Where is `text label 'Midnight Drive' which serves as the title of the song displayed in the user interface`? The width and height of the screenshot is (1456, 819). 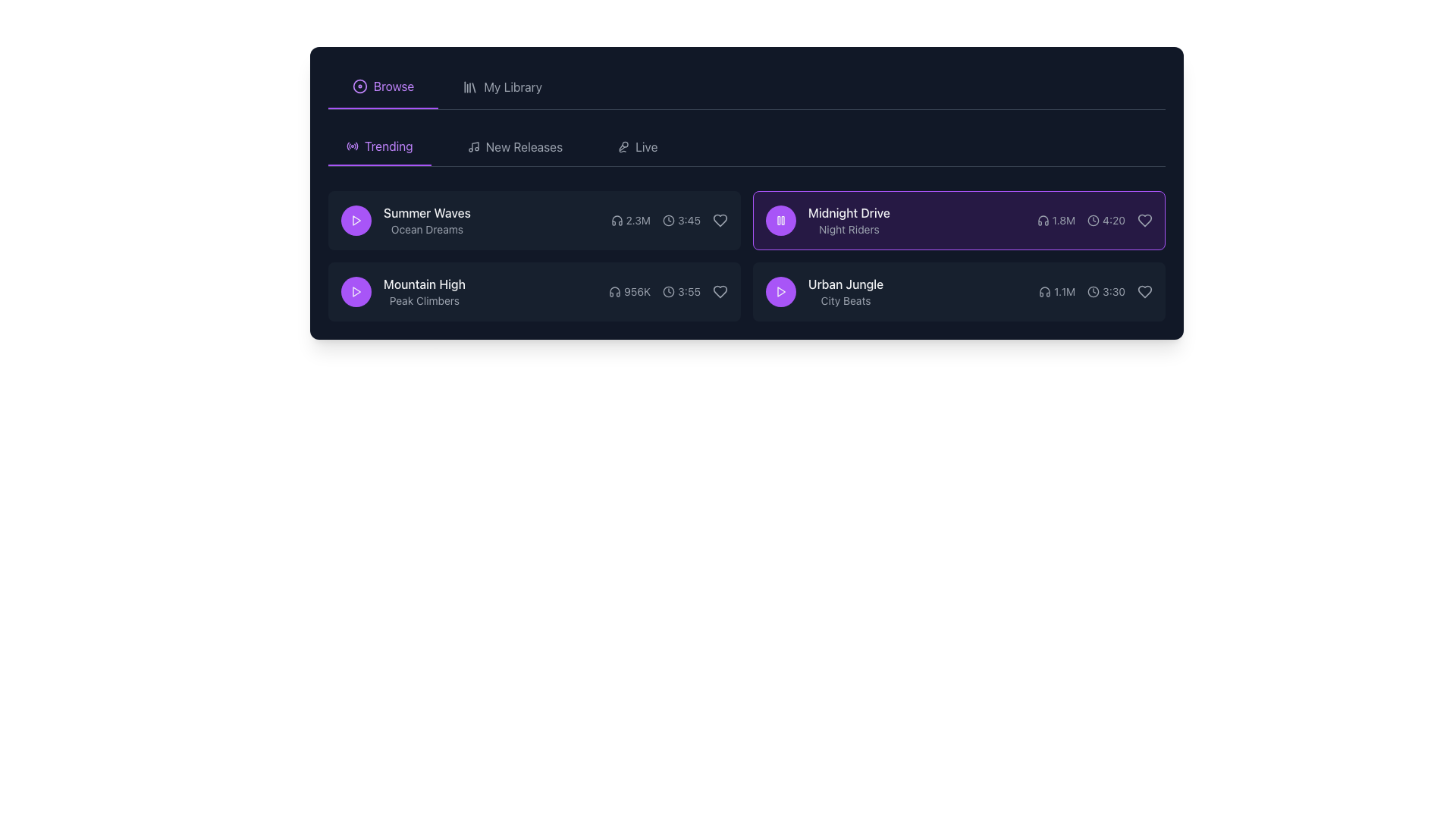
text label 'Midnight Drive' which serves as the title of the song displayed in the user interface is located at coordinates (848, 213).